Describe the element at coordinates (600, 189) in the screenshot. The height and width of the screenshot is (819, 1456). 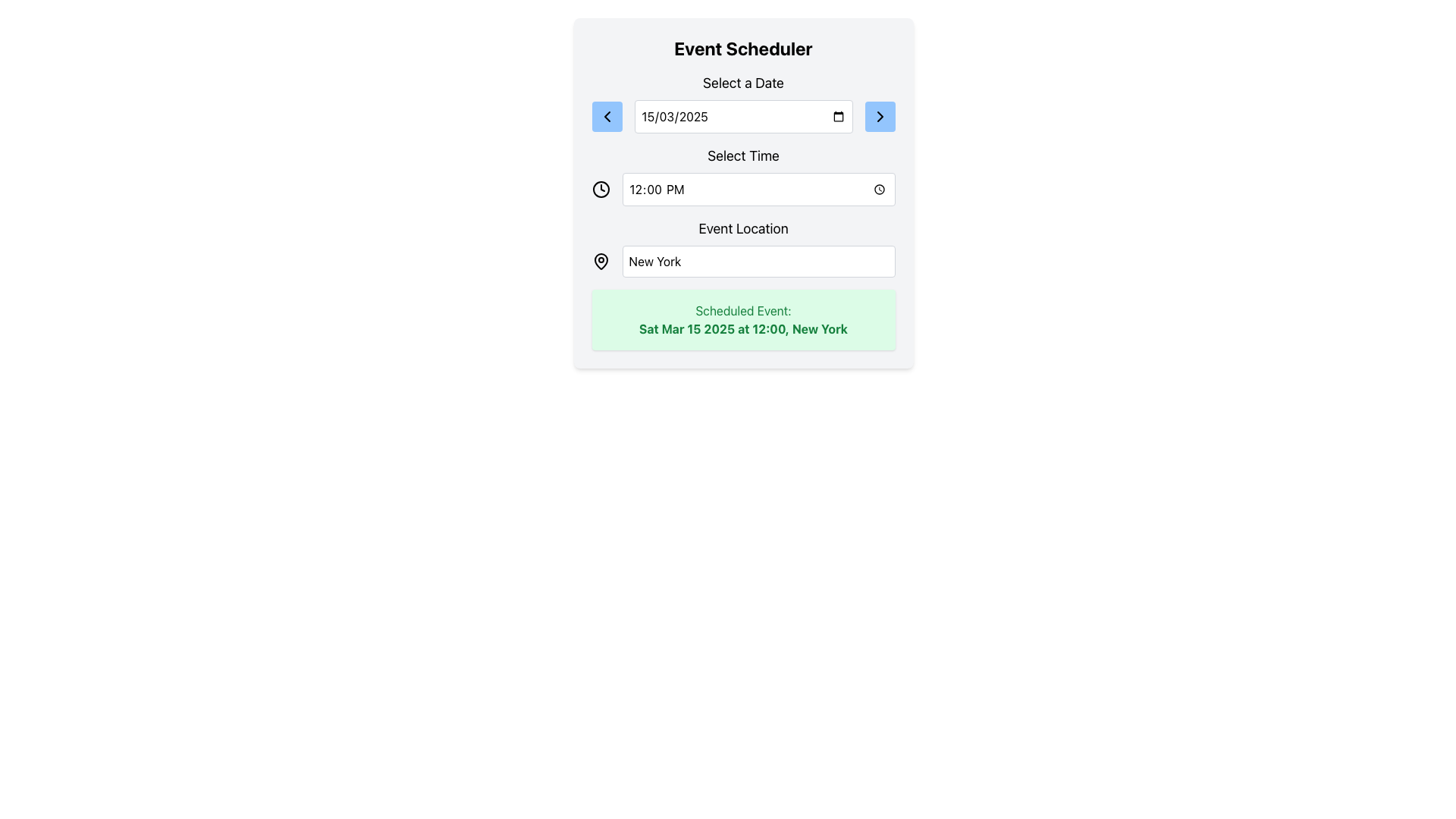
I see `the clock icon located to the left of the time input field under the 'Select Time' label` at that location.